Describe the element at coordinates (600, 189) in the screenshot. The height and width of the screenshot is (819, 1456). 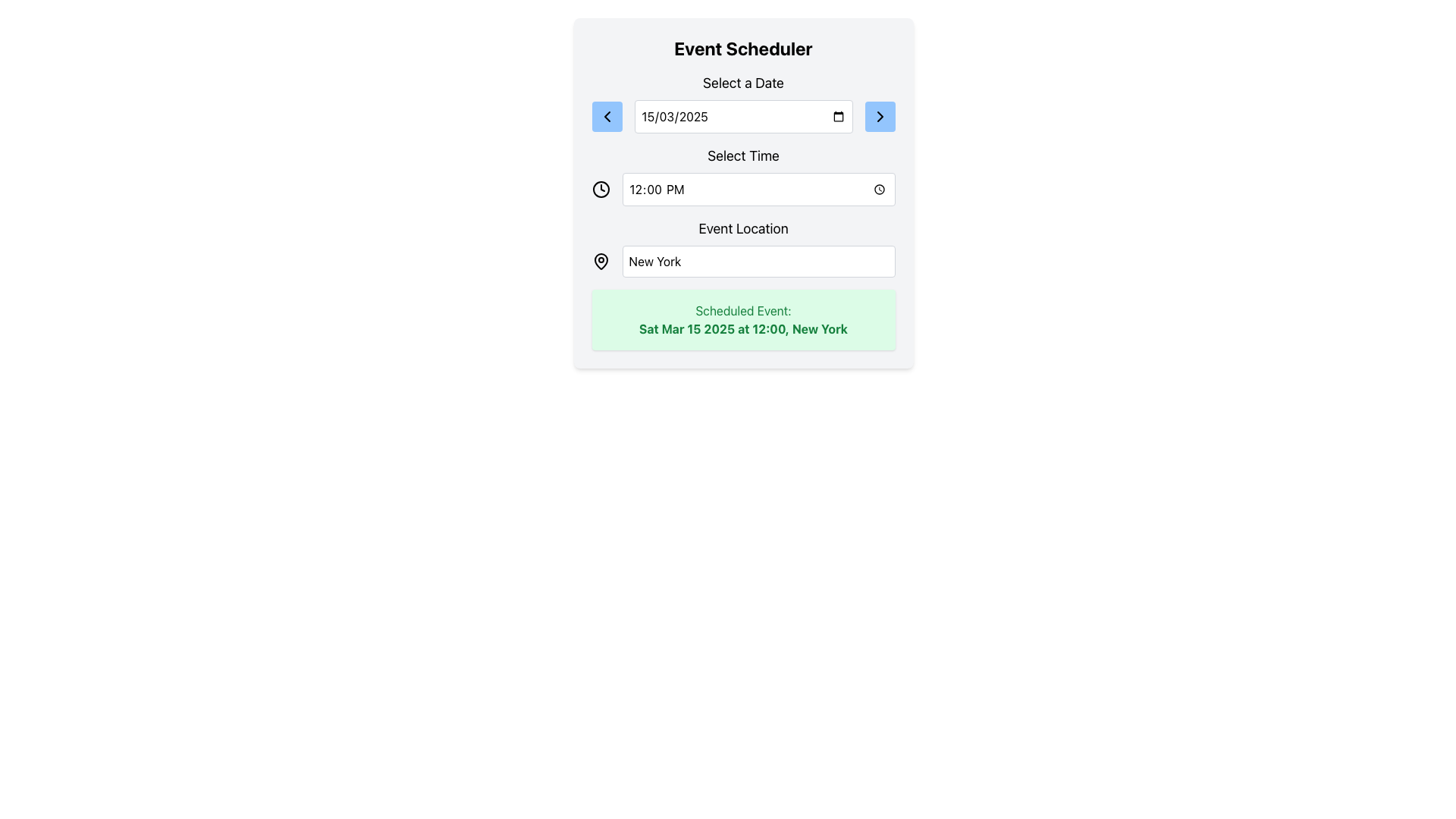
I see `the clock icon located to the left of the time input field under the 'Select Time' label` at that location.